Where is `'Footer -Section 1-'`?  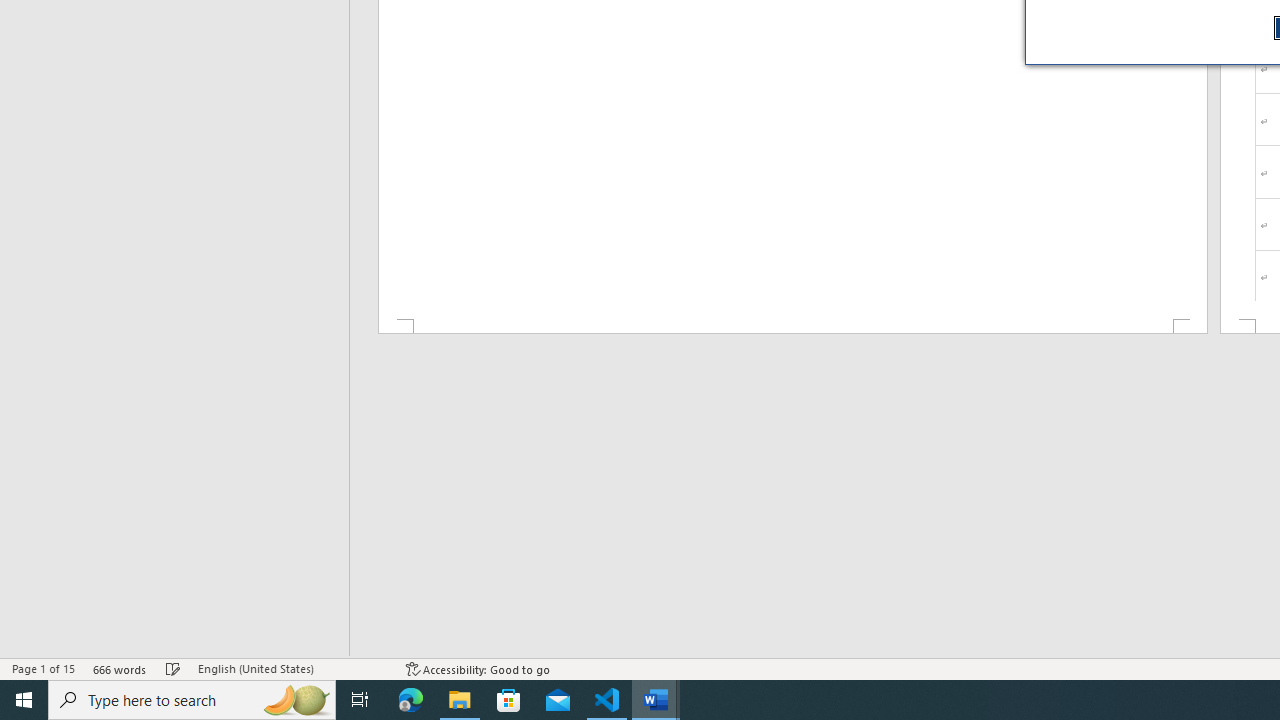
'Footer -Section 1-' is located at coordinates (791, 325).